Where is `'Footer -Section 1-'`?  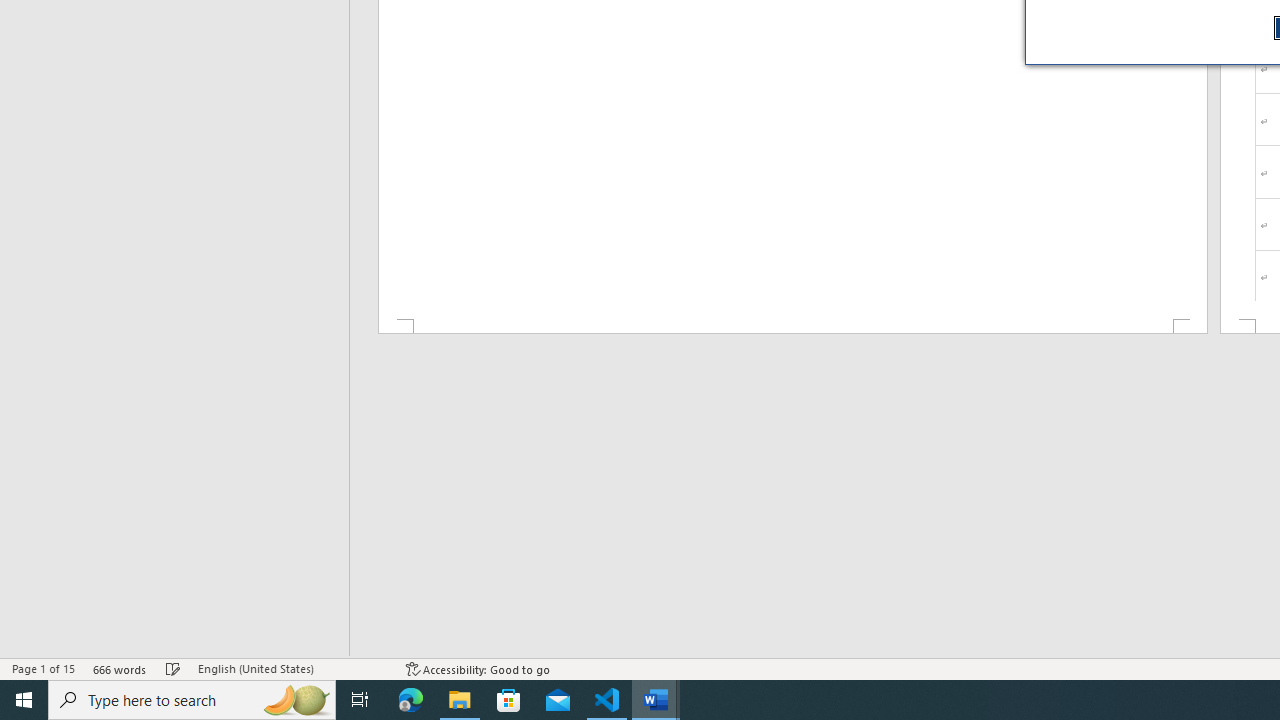
'Footer -Section 1-' is located at coordinates (791, 325).